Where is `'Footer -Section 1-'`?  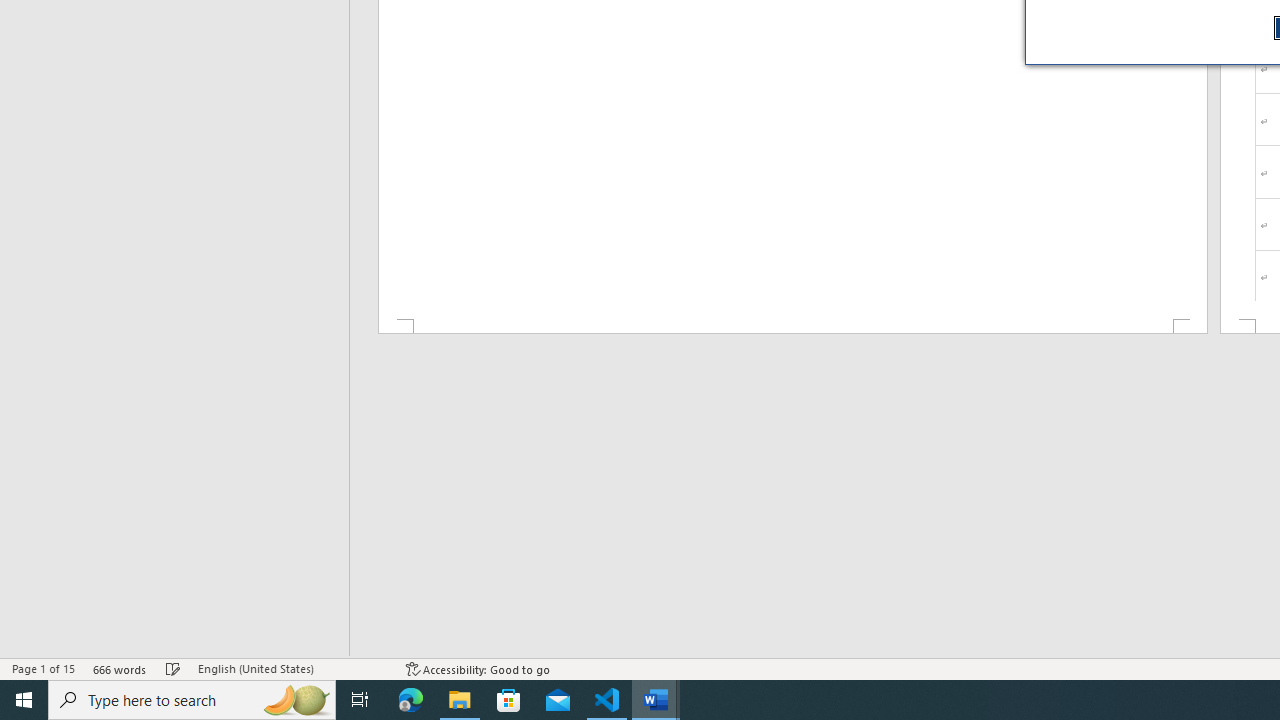
'Footer -Section 1-' is located at coordinates (791, 325).